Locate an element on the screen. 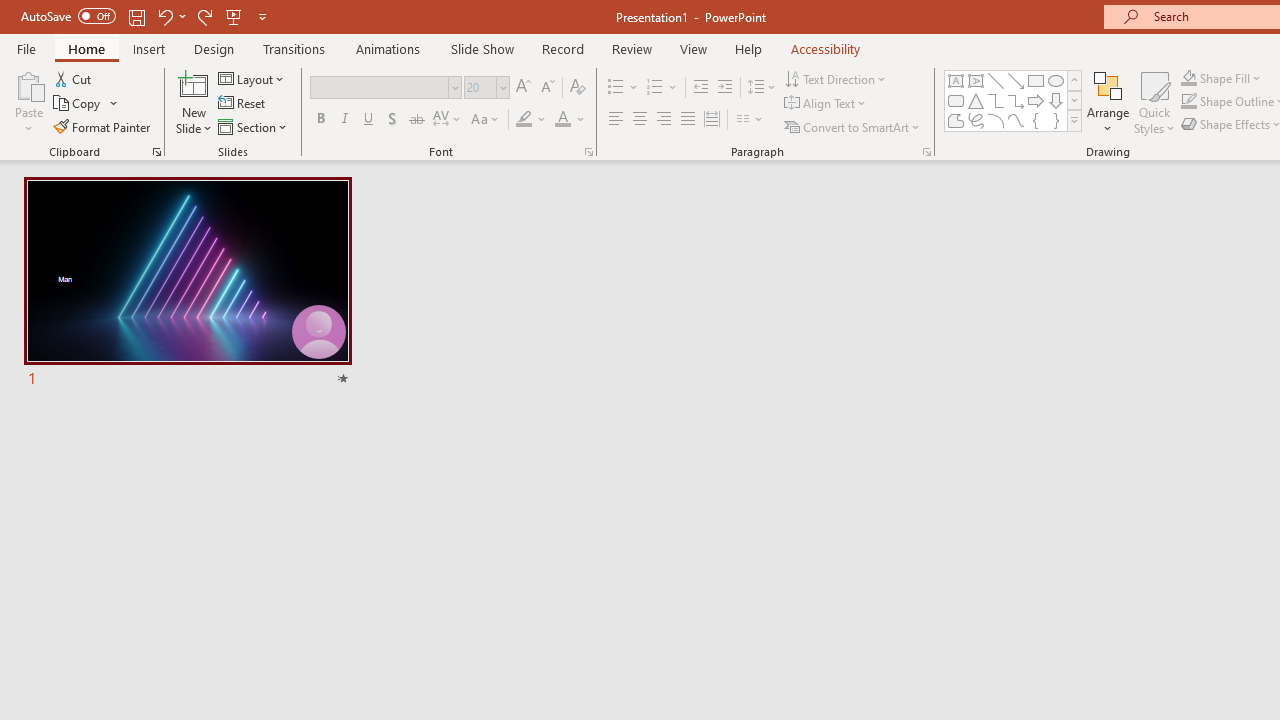  'Format Painter' is located at coordinates (102, 127).